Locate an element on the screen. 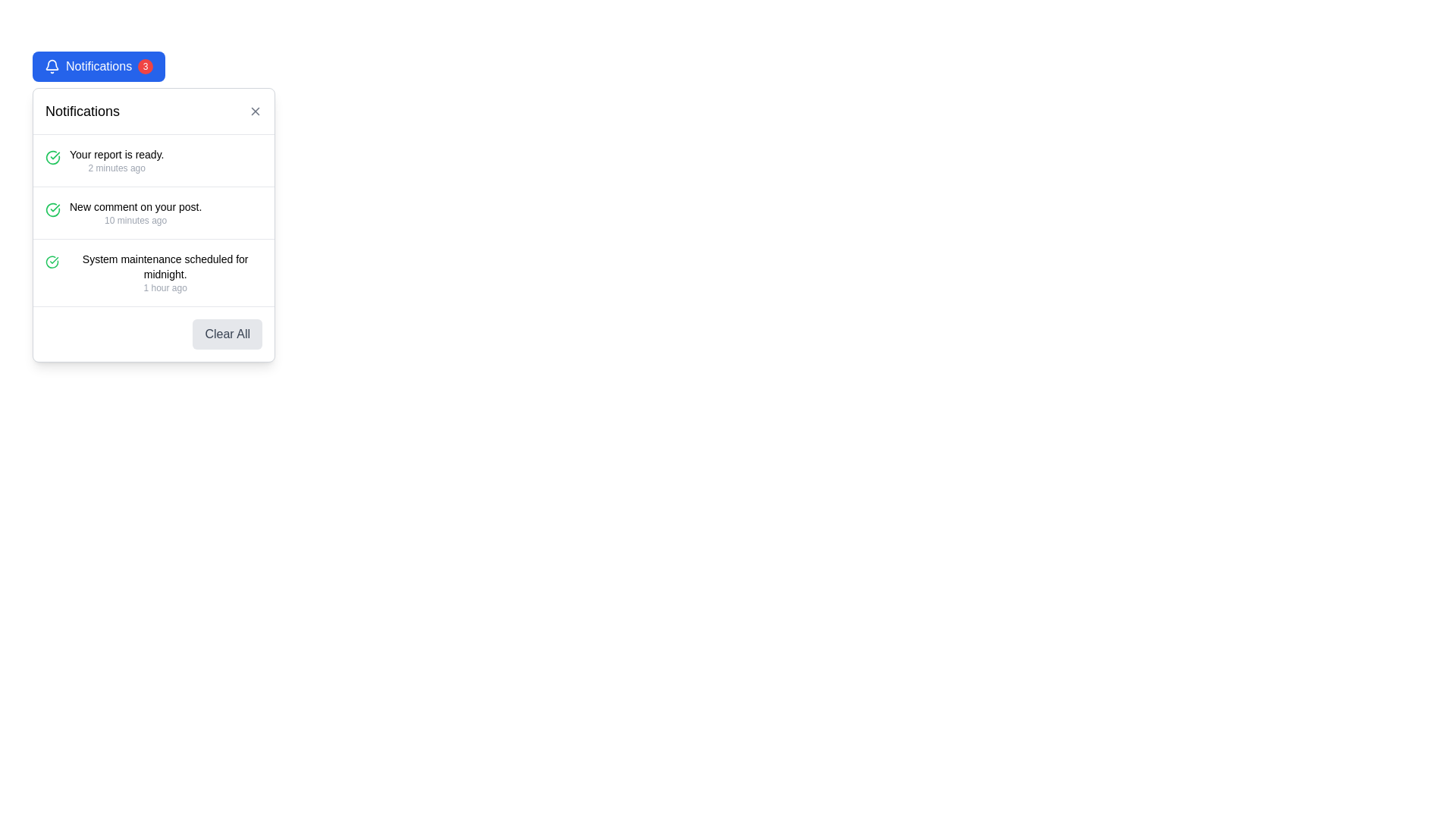  the notification indicating a new comment on a user's post, which is the second entry in the notification list is located at coordinates (136, 213).